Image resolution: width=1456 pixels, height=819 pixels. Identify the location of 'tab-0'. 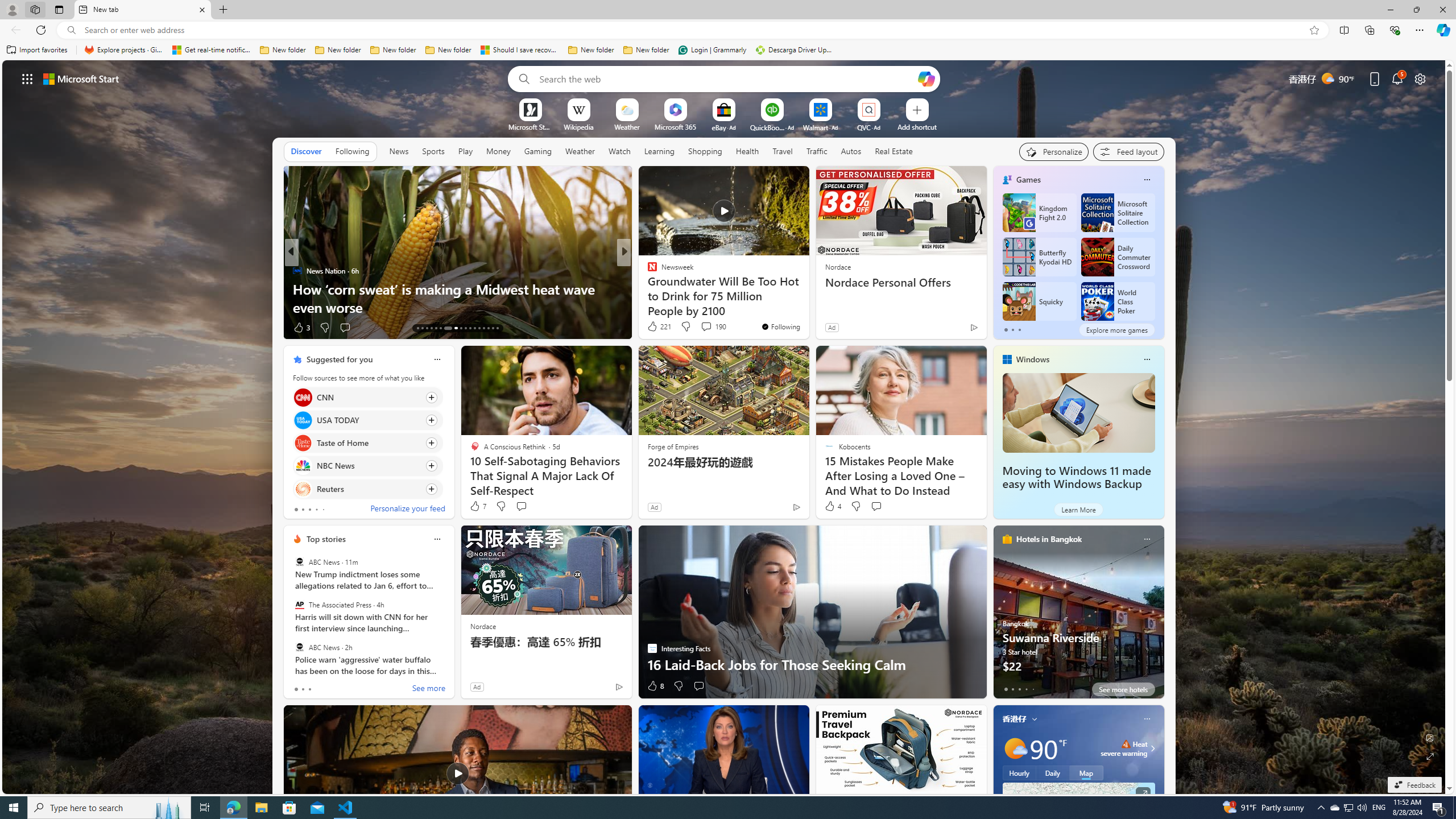
(1004, 689).